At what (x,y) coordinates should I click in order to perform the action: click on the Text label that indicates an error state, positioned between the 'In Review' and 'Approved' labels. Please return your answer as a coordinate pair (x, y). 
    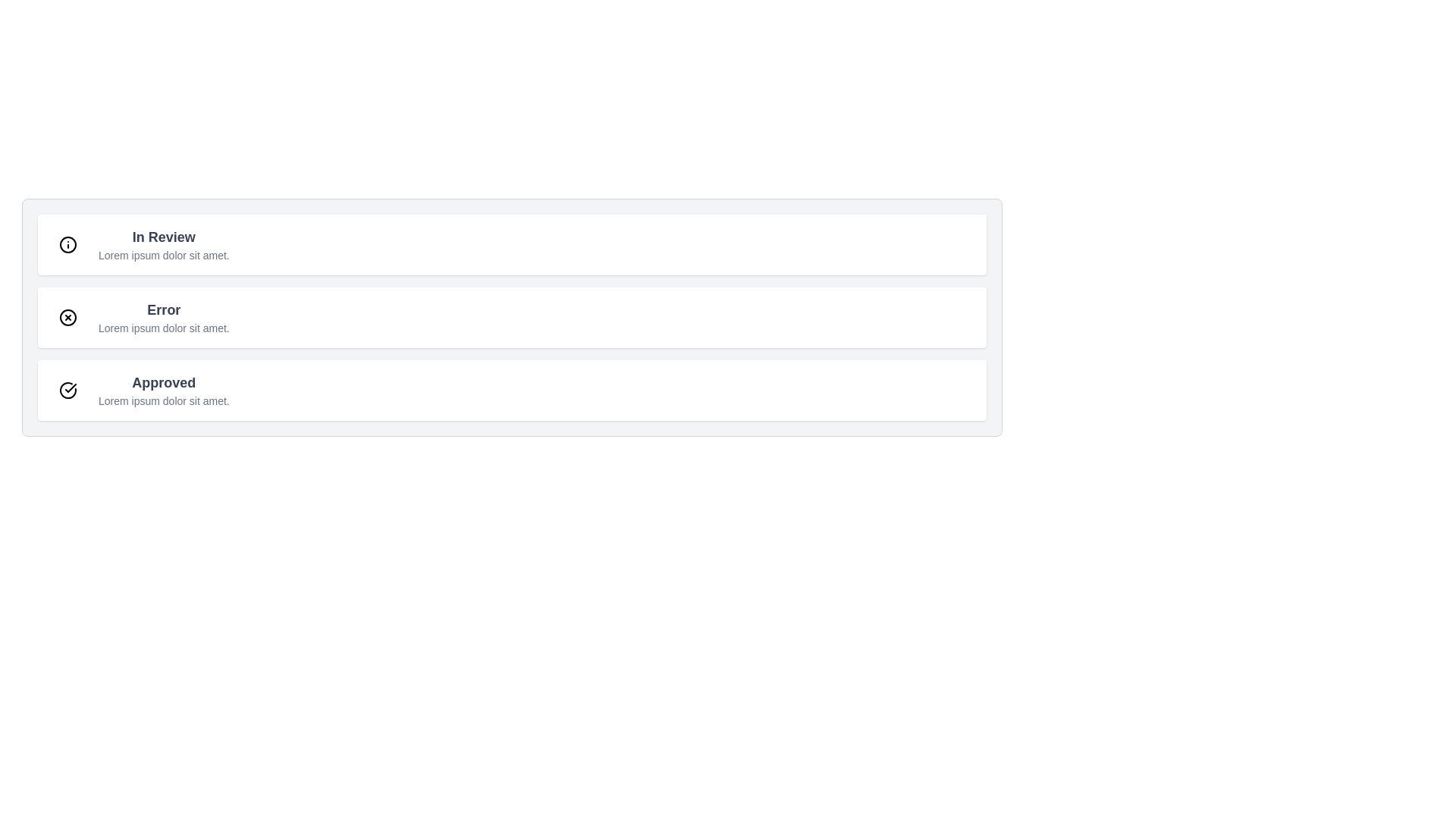
    Looking at the image, I should click on (164, 309).